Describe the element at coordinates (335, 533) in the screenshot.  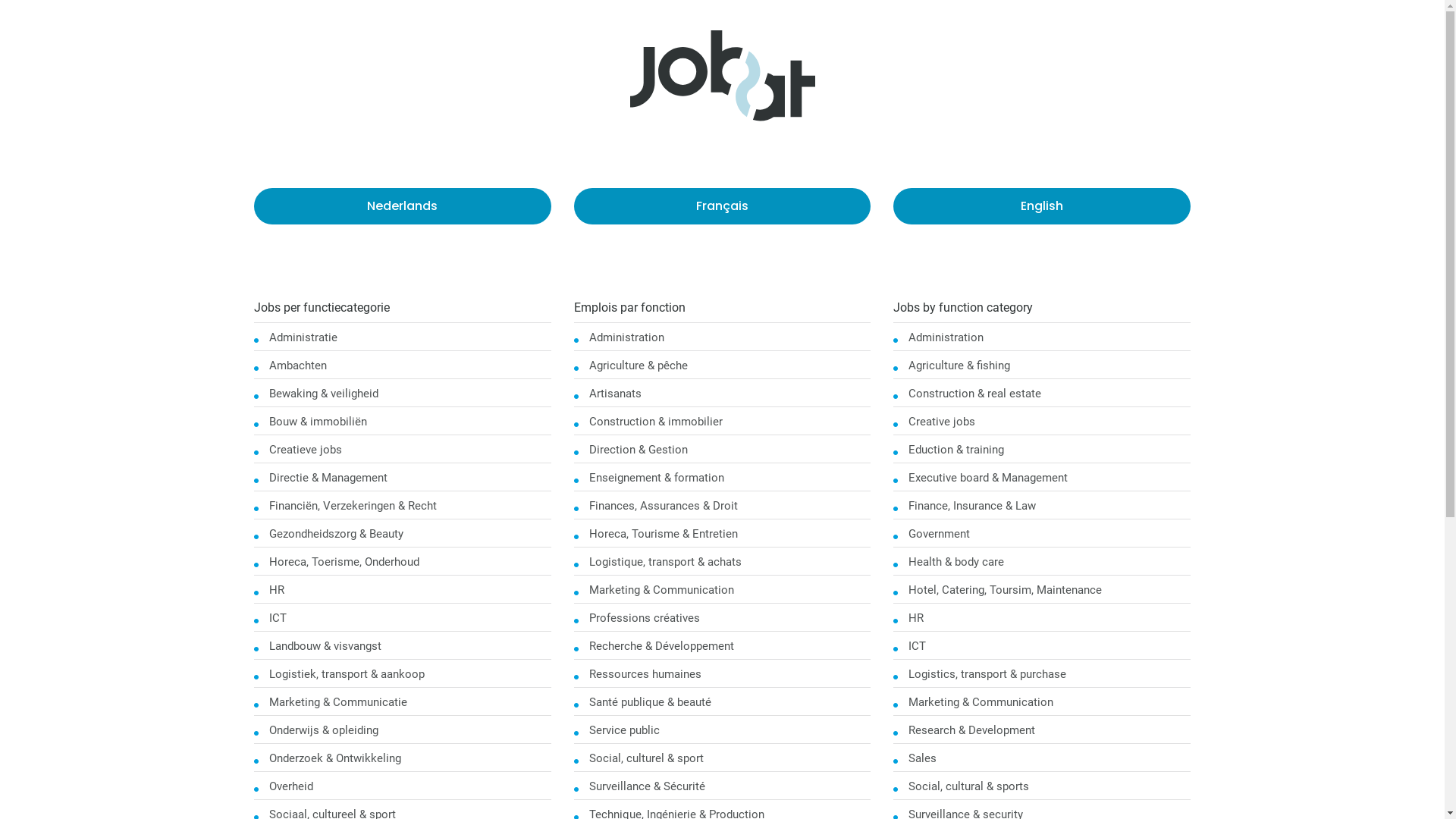
I see `'Gezondheidszorg & Beauty'` at that location.